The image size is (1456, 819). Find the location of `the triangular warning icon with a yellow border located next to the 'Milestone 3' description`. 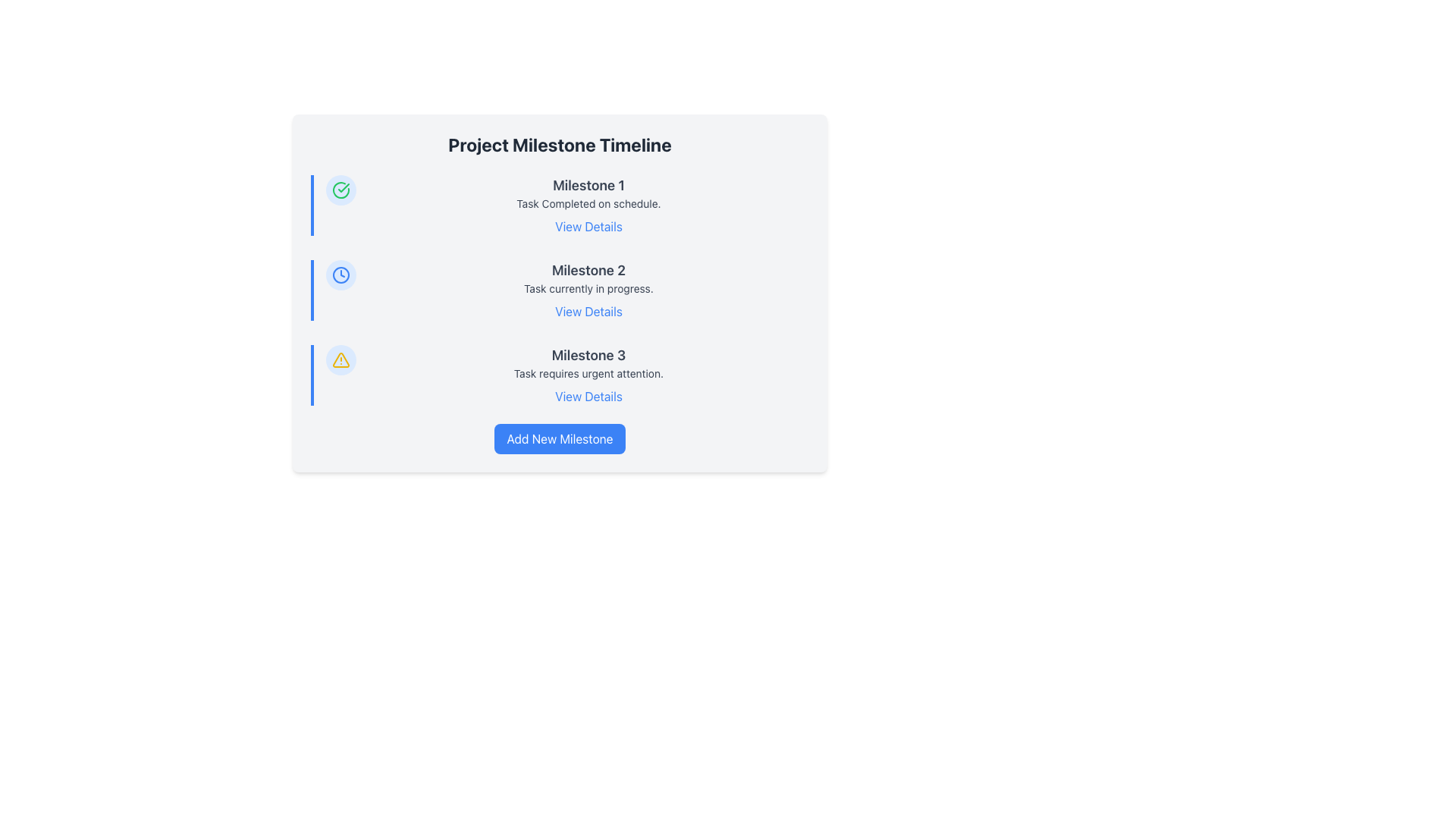

the triangular warning icon with a yellow border located next to the 'Milestone 3' description is located at coordinates (340, 359).